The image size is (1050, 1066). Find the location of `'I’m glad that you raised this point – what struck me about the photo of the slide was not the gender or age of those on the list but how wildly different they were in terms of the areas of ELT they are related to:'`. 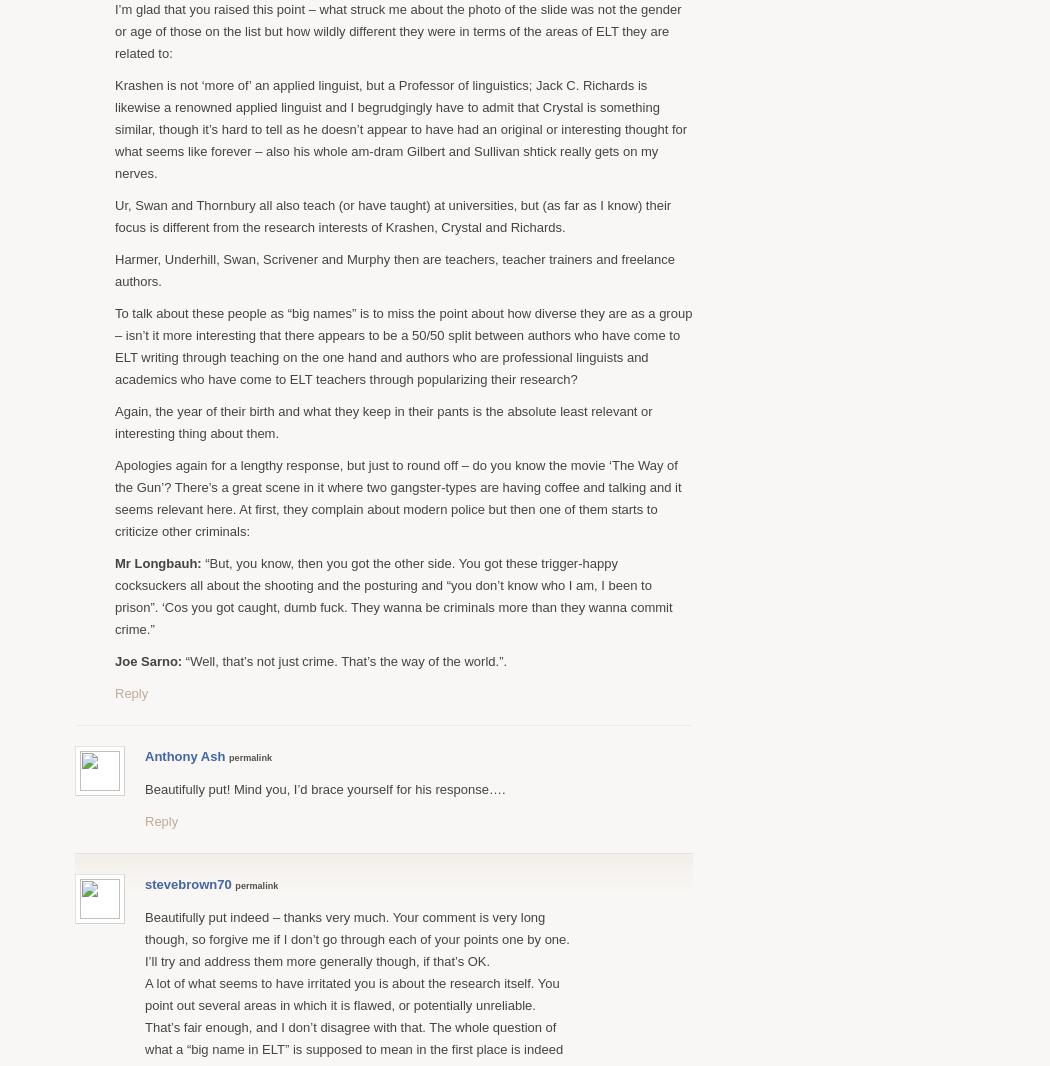

'I’m glad that you raised this point – what struck me about the photo of the slide was not the gender or age of those on the list but how wildly different they were in terms of the areas of ELT they are related to:' is located at coordinates (113, 29).